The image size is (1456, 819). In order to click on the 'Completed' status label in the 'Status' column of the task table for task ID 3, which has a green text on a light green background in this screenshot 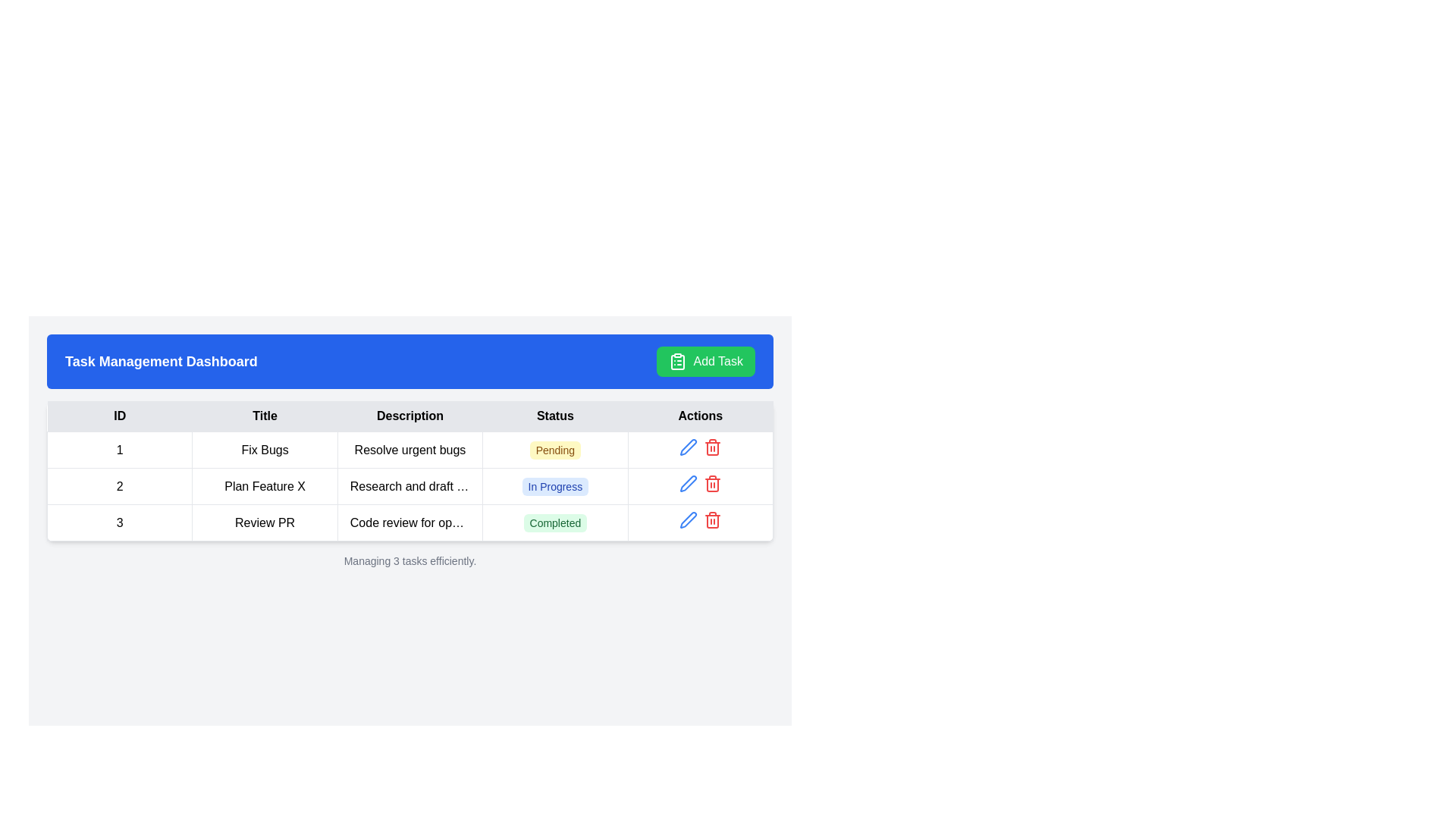, I will do `click(554, 522)`.